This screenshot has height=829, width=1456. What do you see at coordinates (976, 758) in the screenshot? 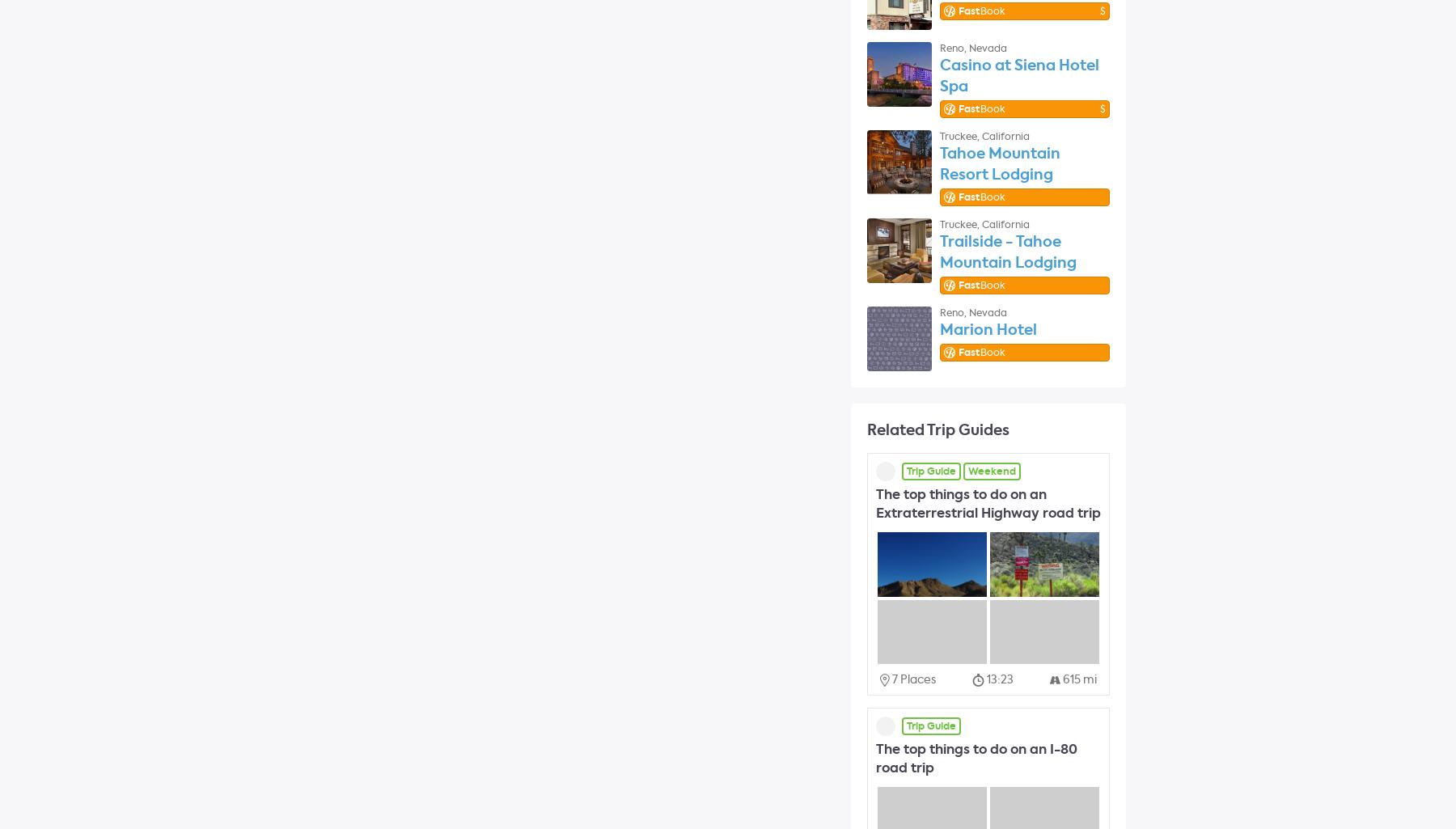
I see `'The top things to do on an I-80 road trip'` at bounding box center [976, 758].